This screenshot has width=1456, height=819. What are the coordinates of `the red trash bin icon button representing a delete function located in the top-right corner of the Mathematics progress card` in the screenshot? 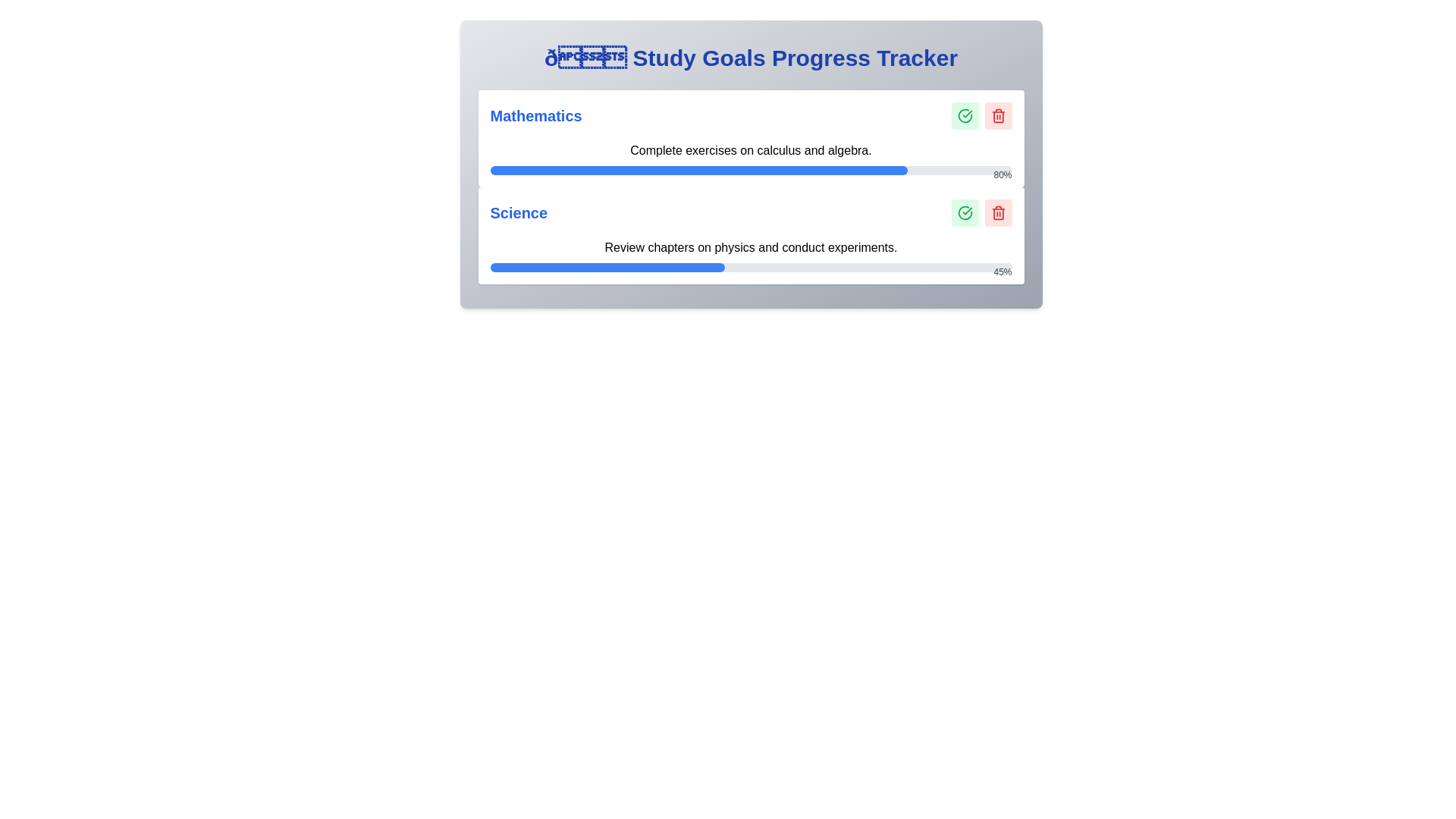 It's located at (998, 115).